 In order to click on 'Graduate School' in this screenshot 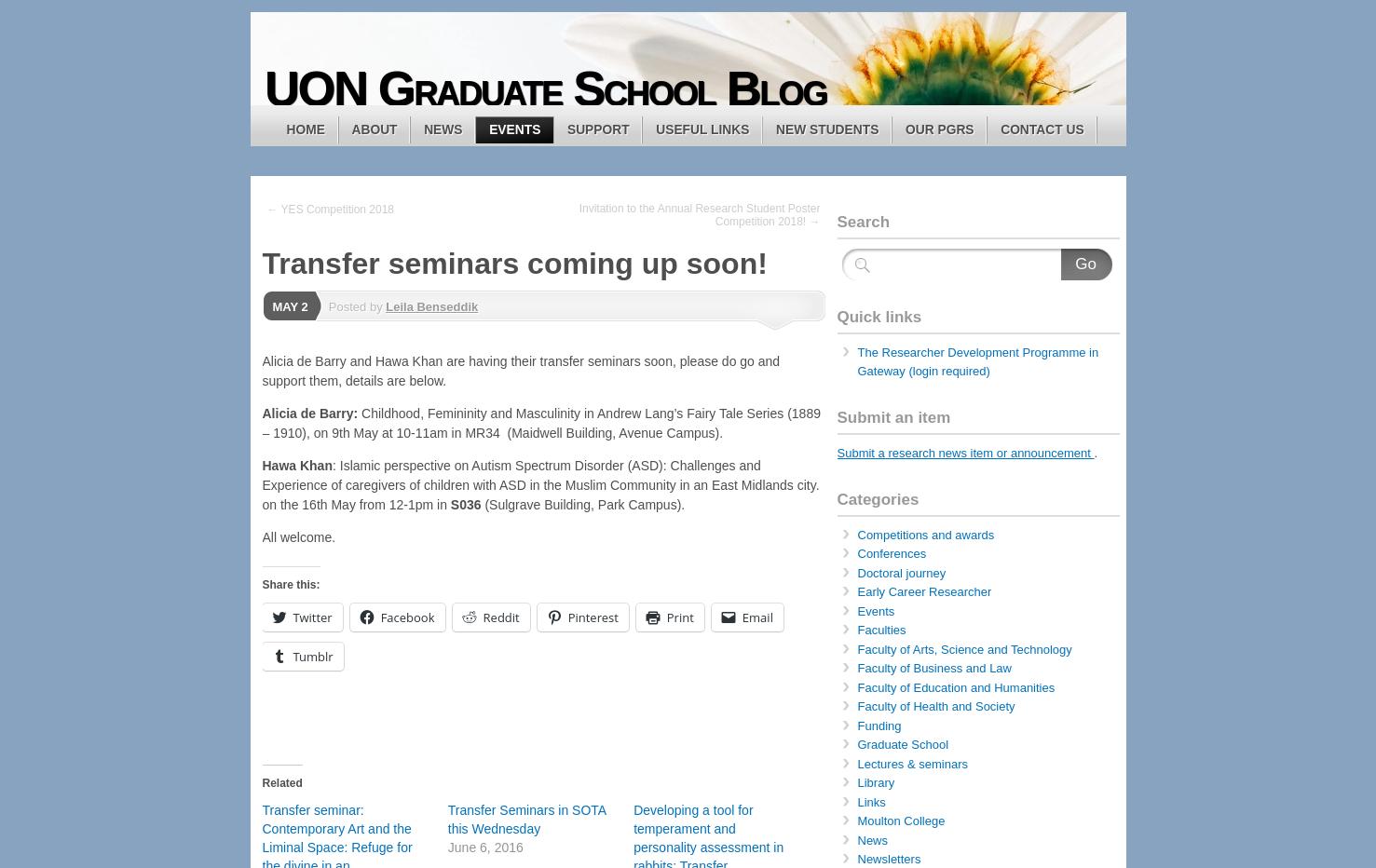, I will do `click(902, 744)`.